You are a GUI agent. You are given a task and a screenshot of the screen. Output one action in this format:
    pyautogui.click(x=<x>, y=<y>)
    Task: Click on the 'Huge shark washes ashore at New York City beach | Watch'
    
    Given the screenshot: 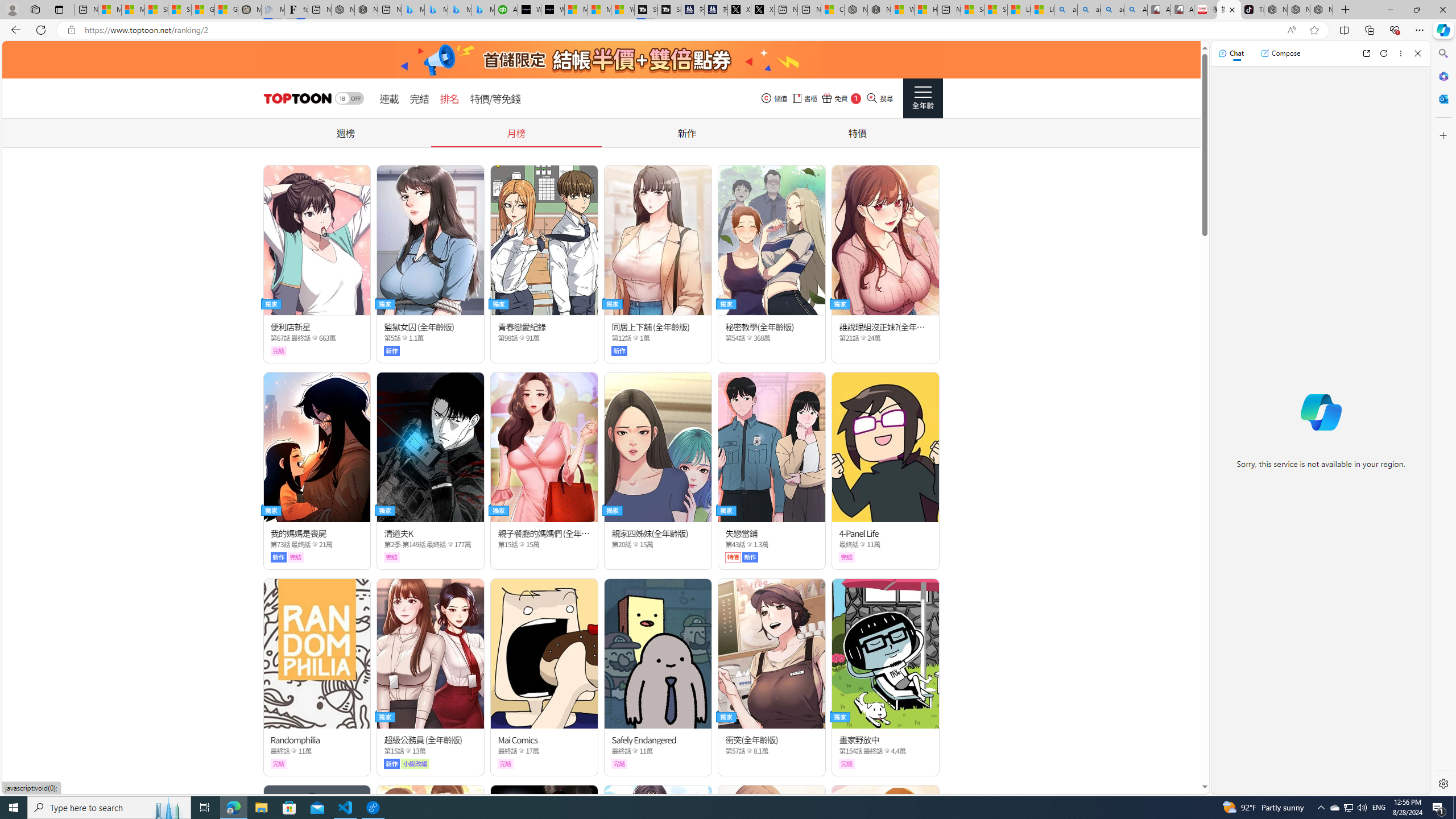 What is the action you would take?
    pyautogui.click(x=925, y=9)
    